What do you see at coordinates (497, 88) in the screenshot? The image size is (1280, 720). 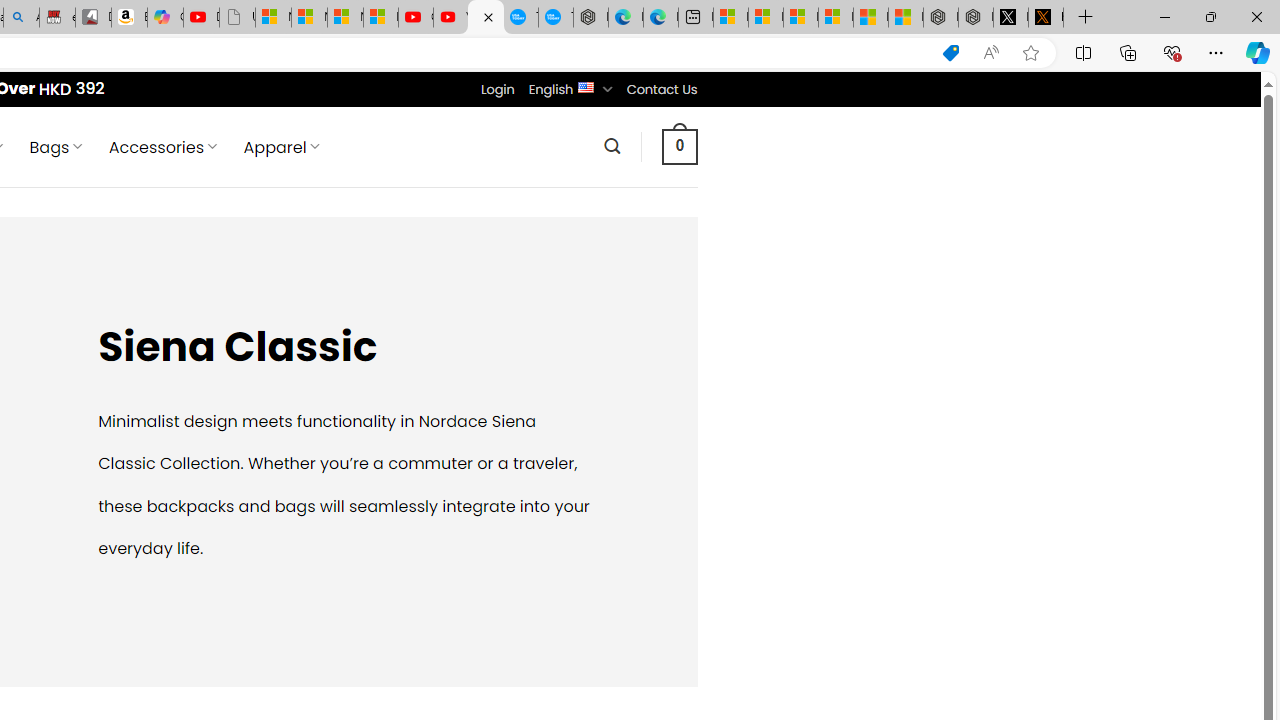 I see `'Login'` at bounding box center [497, 88].